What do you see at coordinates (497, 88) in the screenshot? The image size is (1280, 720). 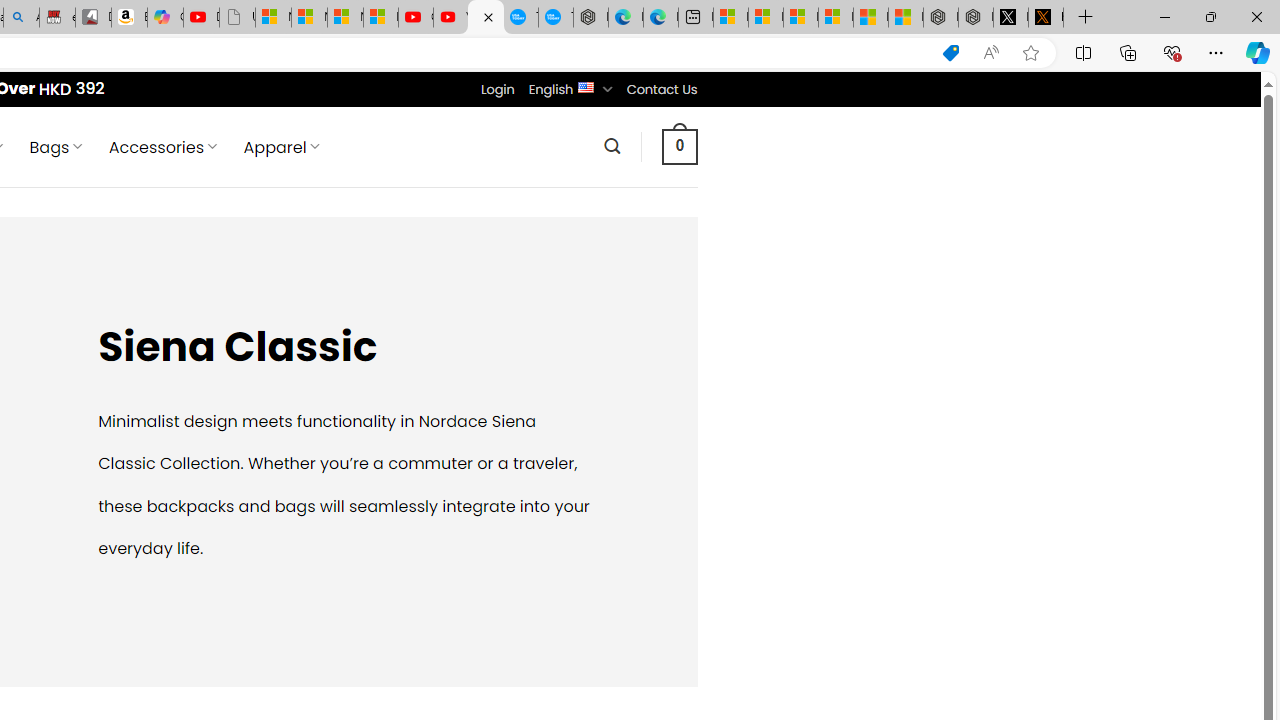 I see `'Login'` at bounding box center [497, 88].